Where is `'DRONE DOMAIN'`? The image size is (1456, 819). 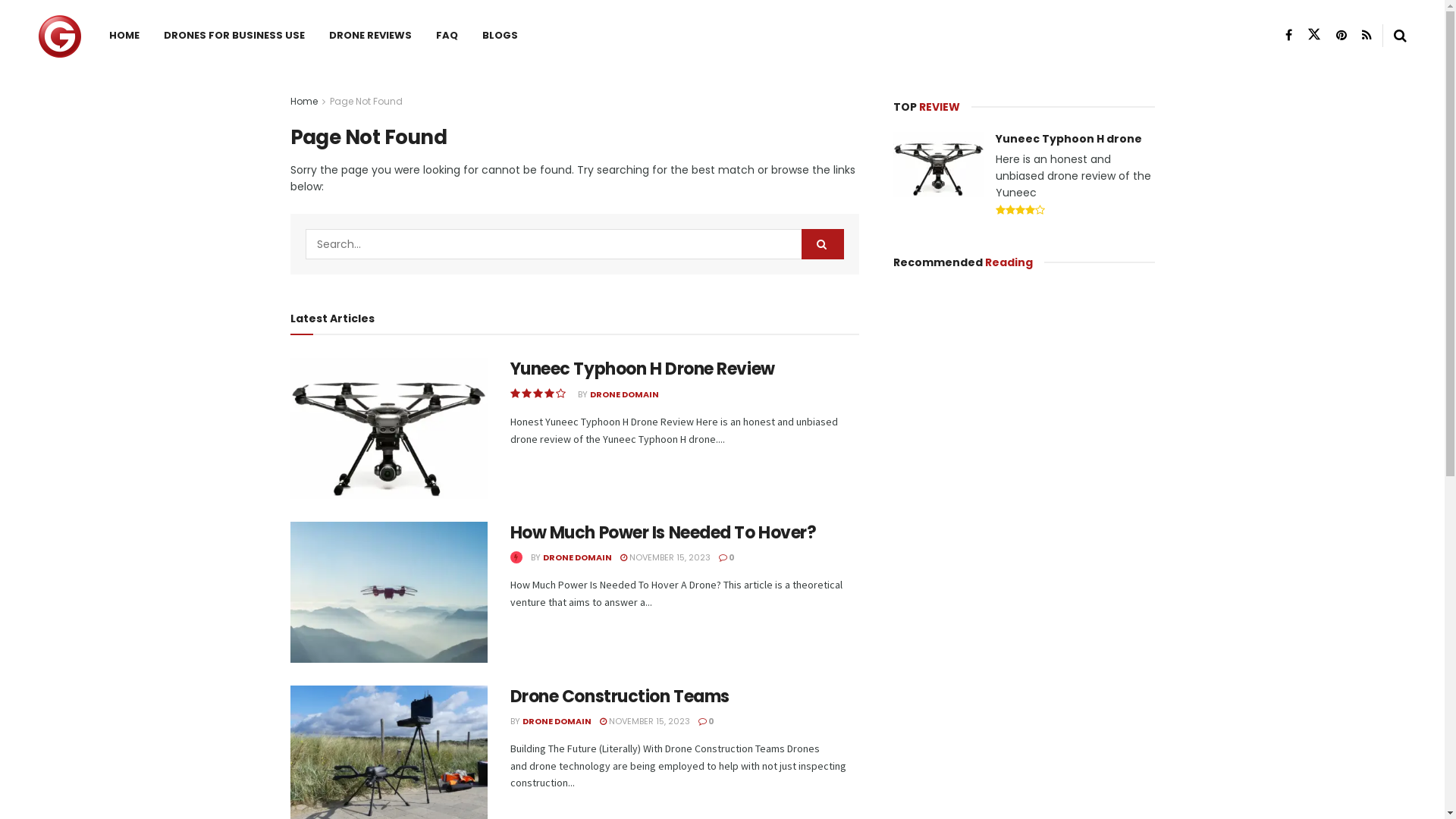 'DRONE DOMAIN' is located at coordinates (555, 720).